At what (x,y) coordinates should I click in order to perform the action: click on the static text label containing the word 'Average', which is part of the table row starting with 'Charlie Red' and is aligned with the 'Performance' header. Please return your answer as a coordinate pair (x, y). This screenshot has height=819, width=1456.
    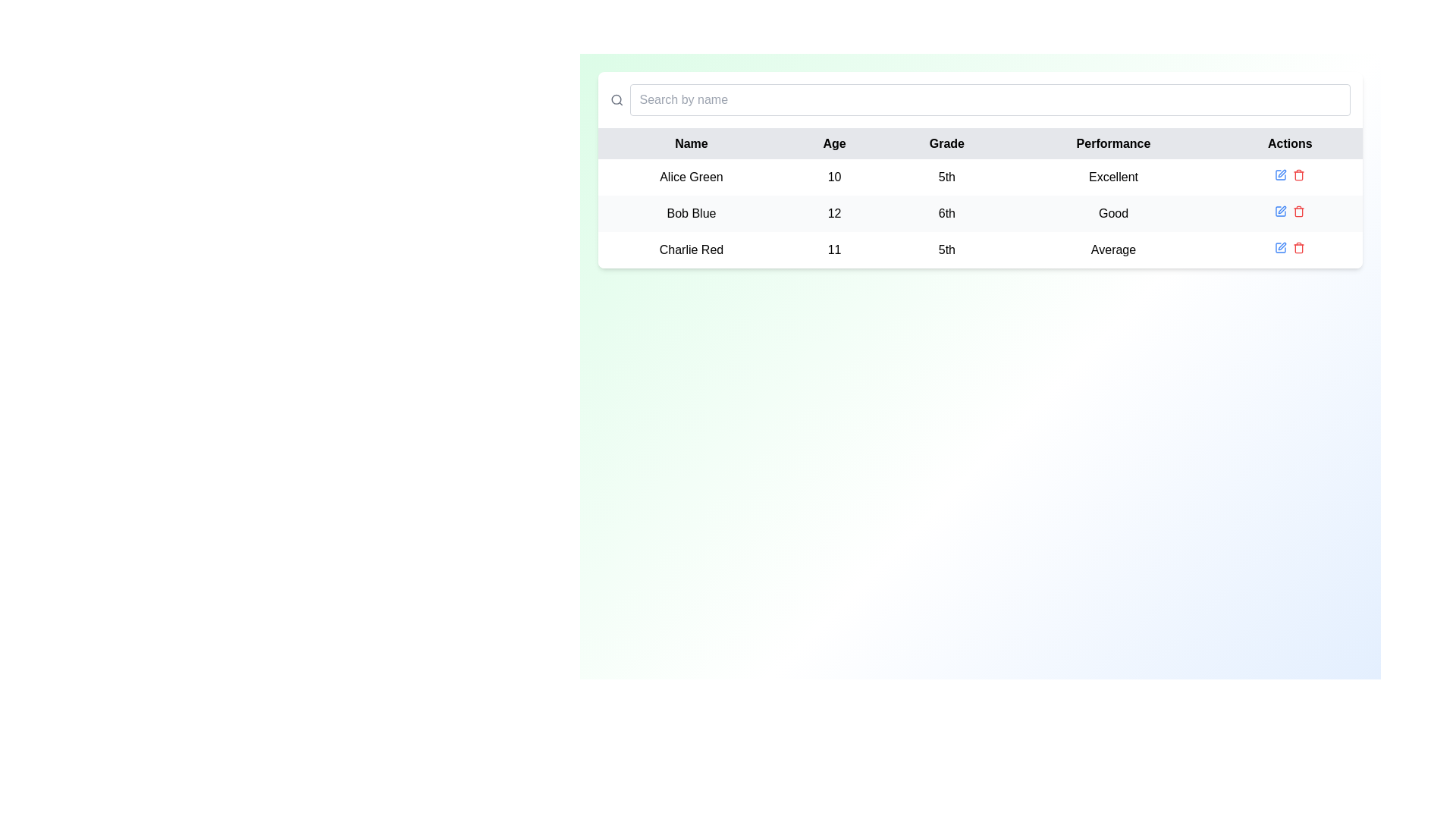
    Looking at the image, I should click on (1113, 249).